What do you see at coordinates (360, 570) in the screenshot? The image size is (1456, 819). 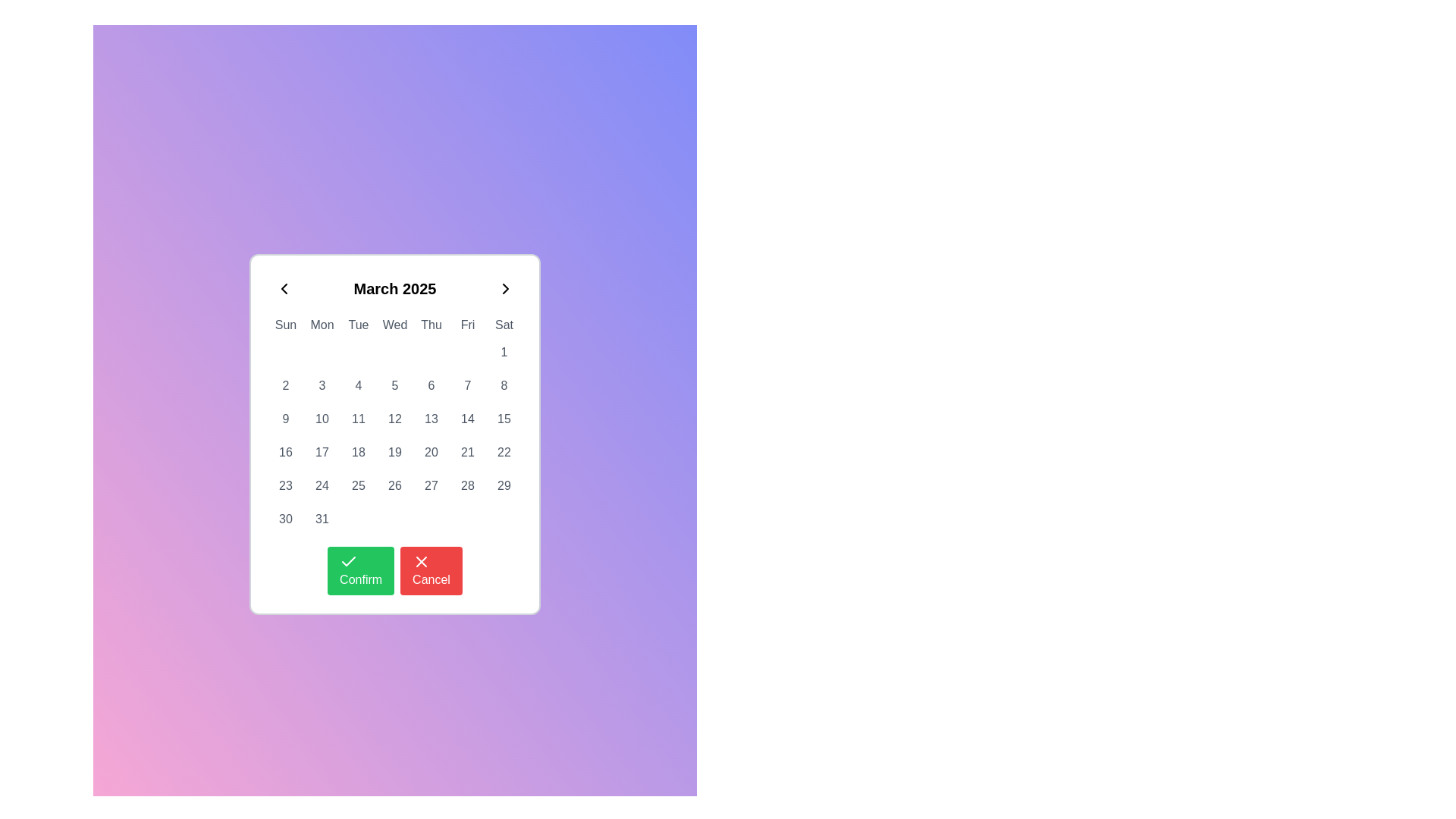 I see `the green 'Confirm' button with a white checkmark icon to confirm the action` at bounding box center [360, 570].